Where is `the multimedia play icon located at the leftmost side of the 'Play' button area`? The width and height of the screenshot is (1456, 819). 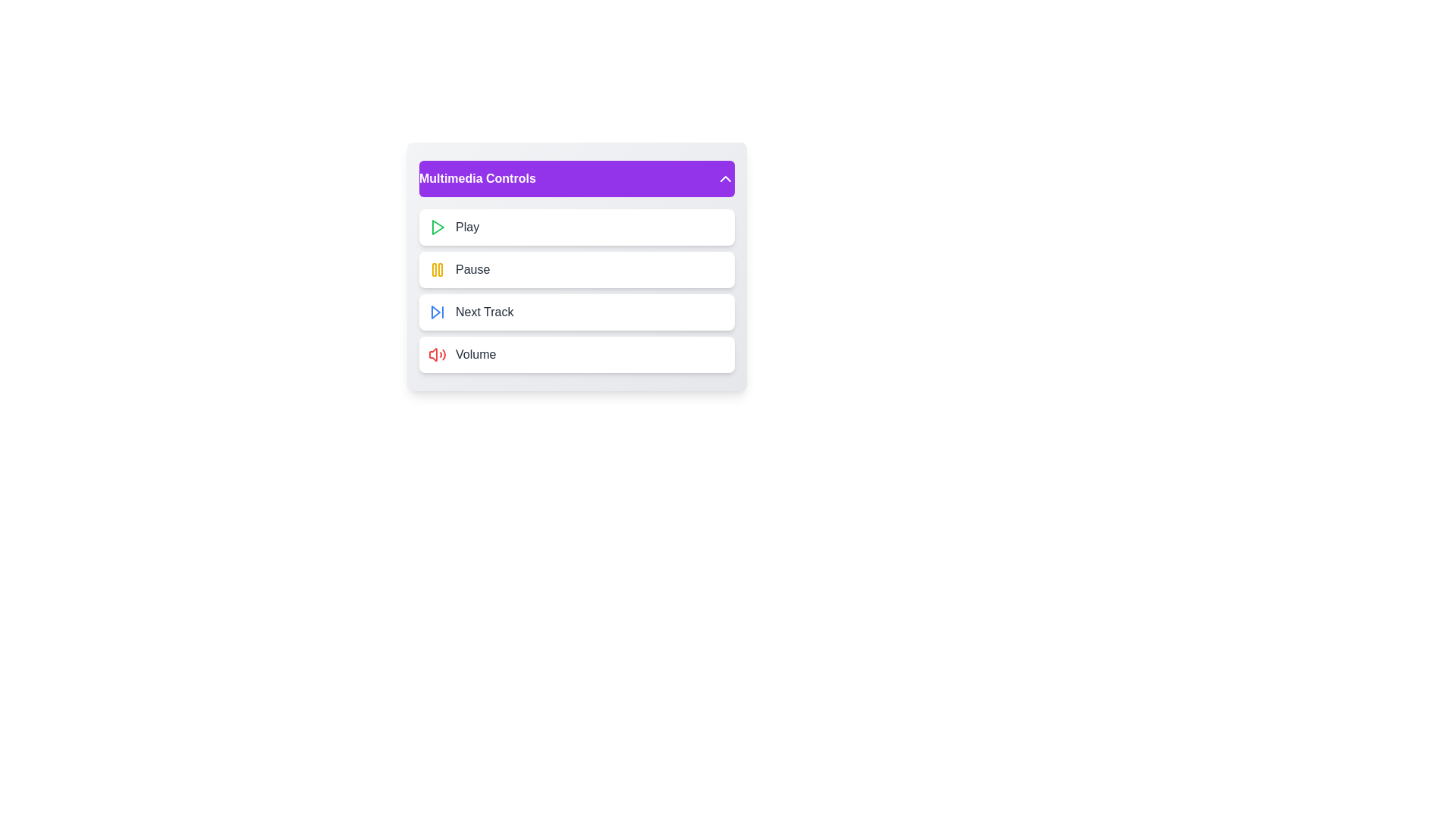
the multimedia play icon located at the leftmost side of the 'Play' button area is located at coordinates (436, 227).